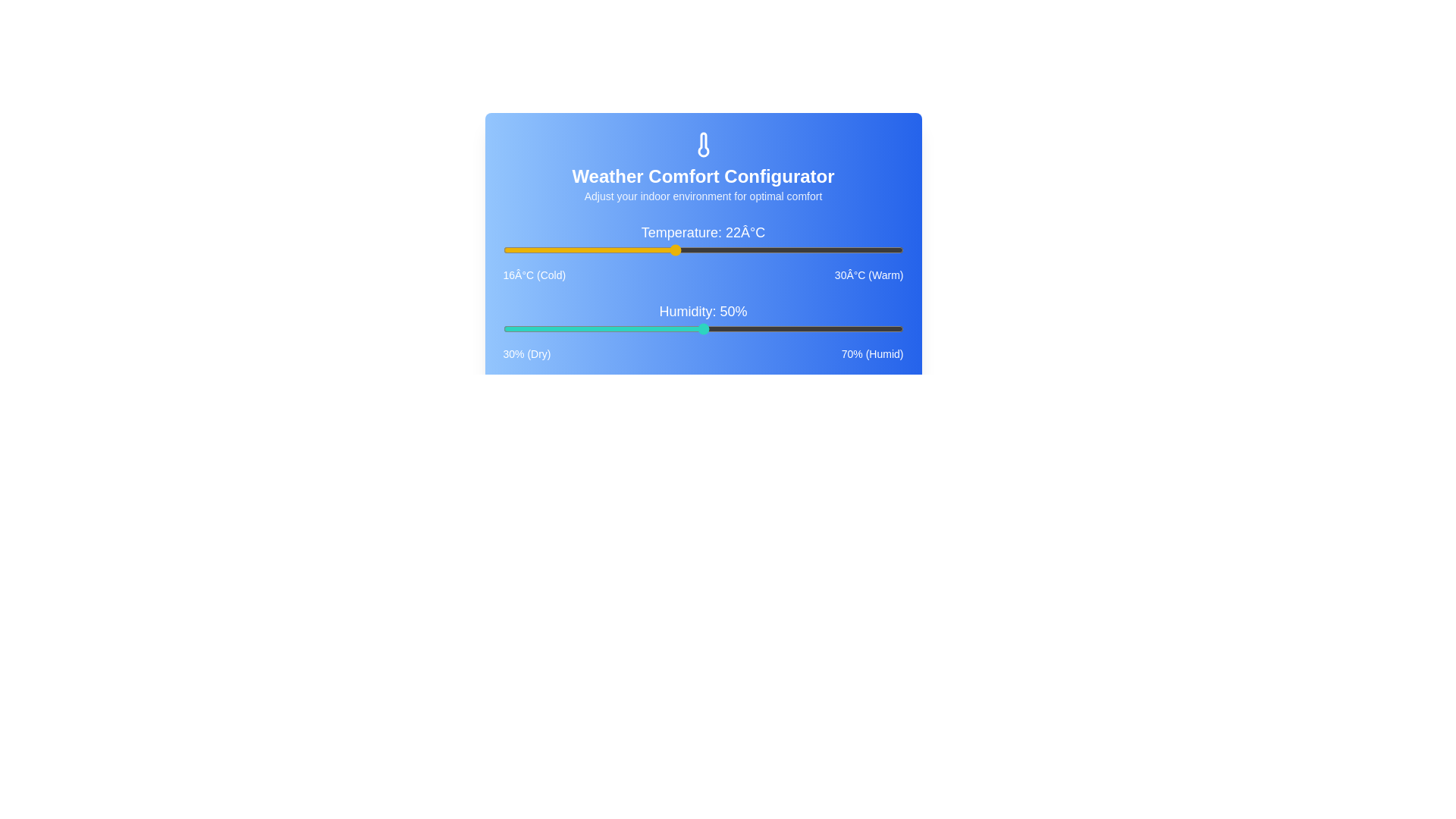 The image size is (1456, 819). Describe the element at coordinates (673, 249) in the screenshot. I see `the temperature slider to 22°C` at that location.